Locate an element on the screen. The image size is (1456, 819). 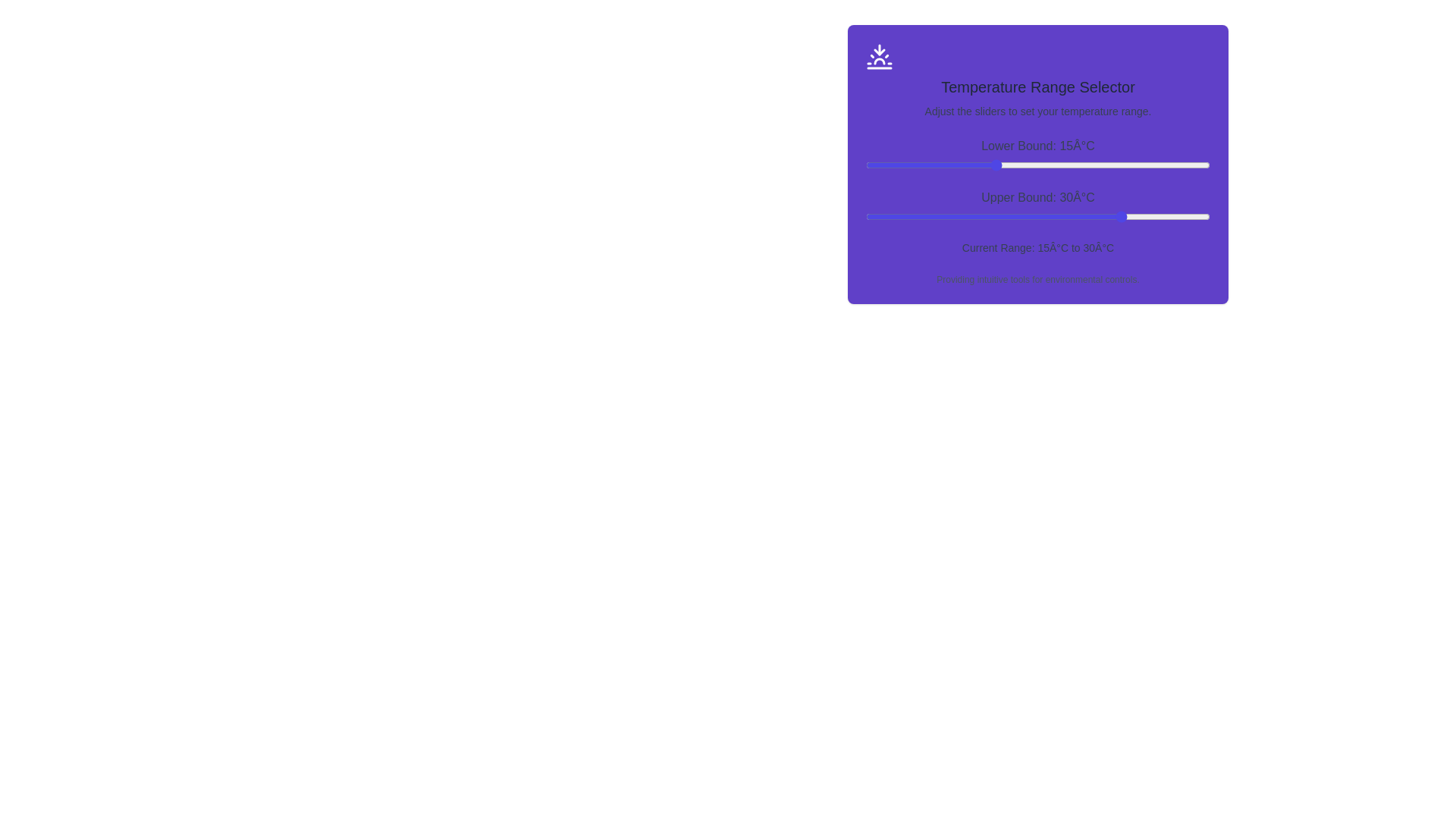
the lower bound slider to 33°C is located at coordinates (1150, 165).